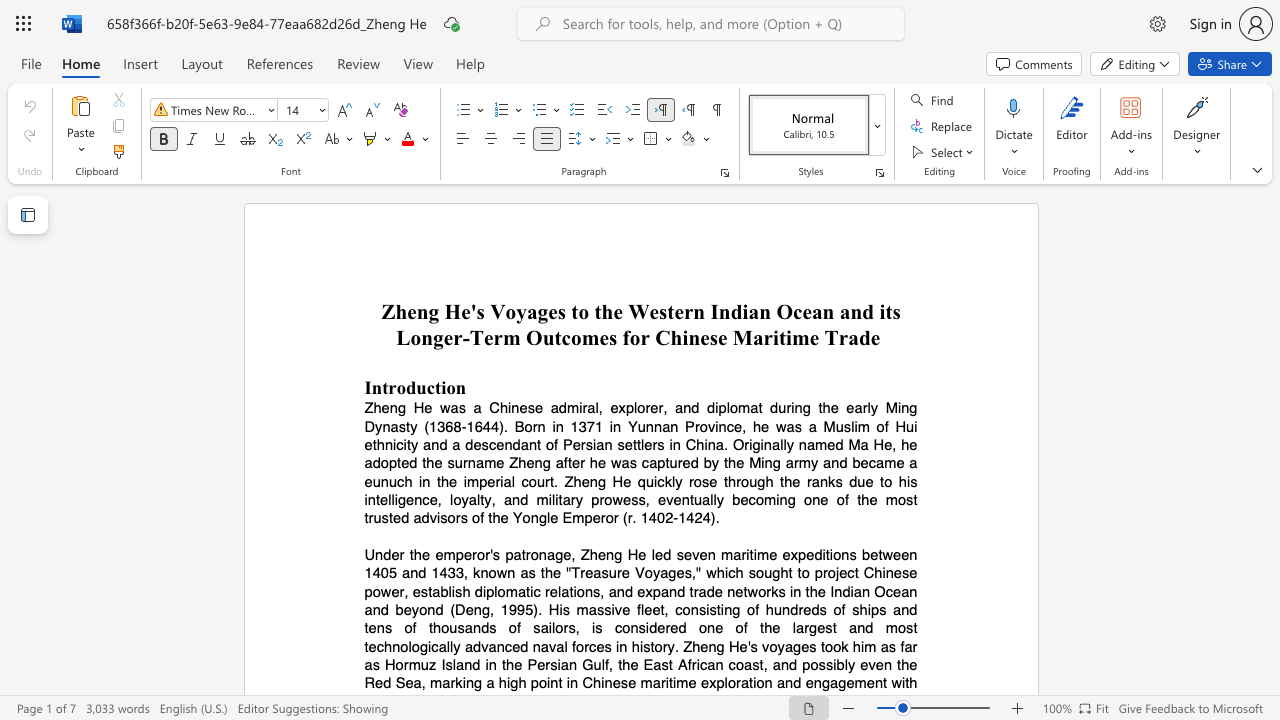 This screenshot has width=1280, height=720. Describe the element at coordinates (402, 609) in the screenshot. I see `the space between the continuous character "b" and "e" in the text` at that location.